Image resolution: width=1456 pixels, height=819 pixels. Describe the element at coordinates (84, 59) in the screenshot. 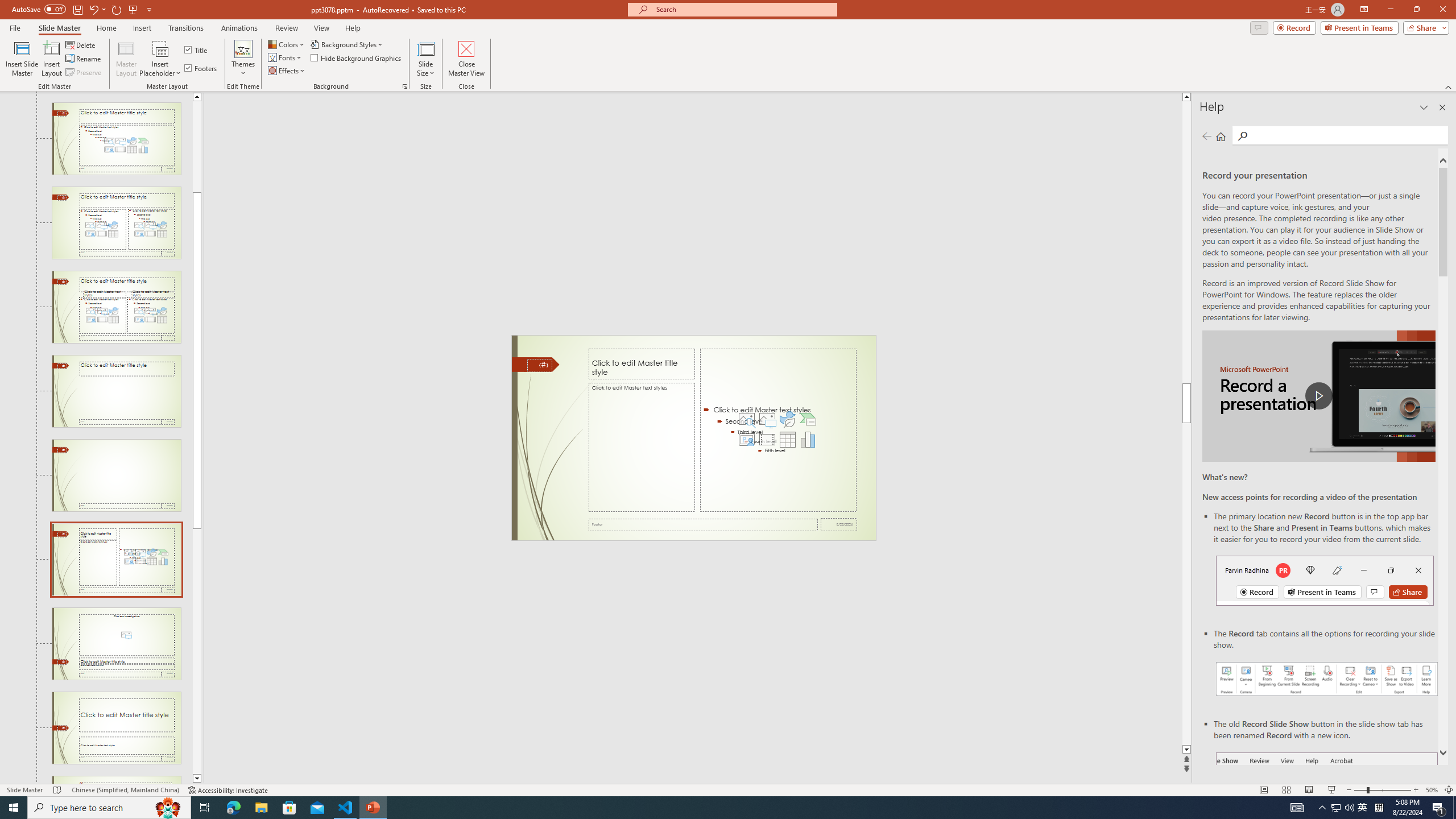

I see `'Rename'` at that location.